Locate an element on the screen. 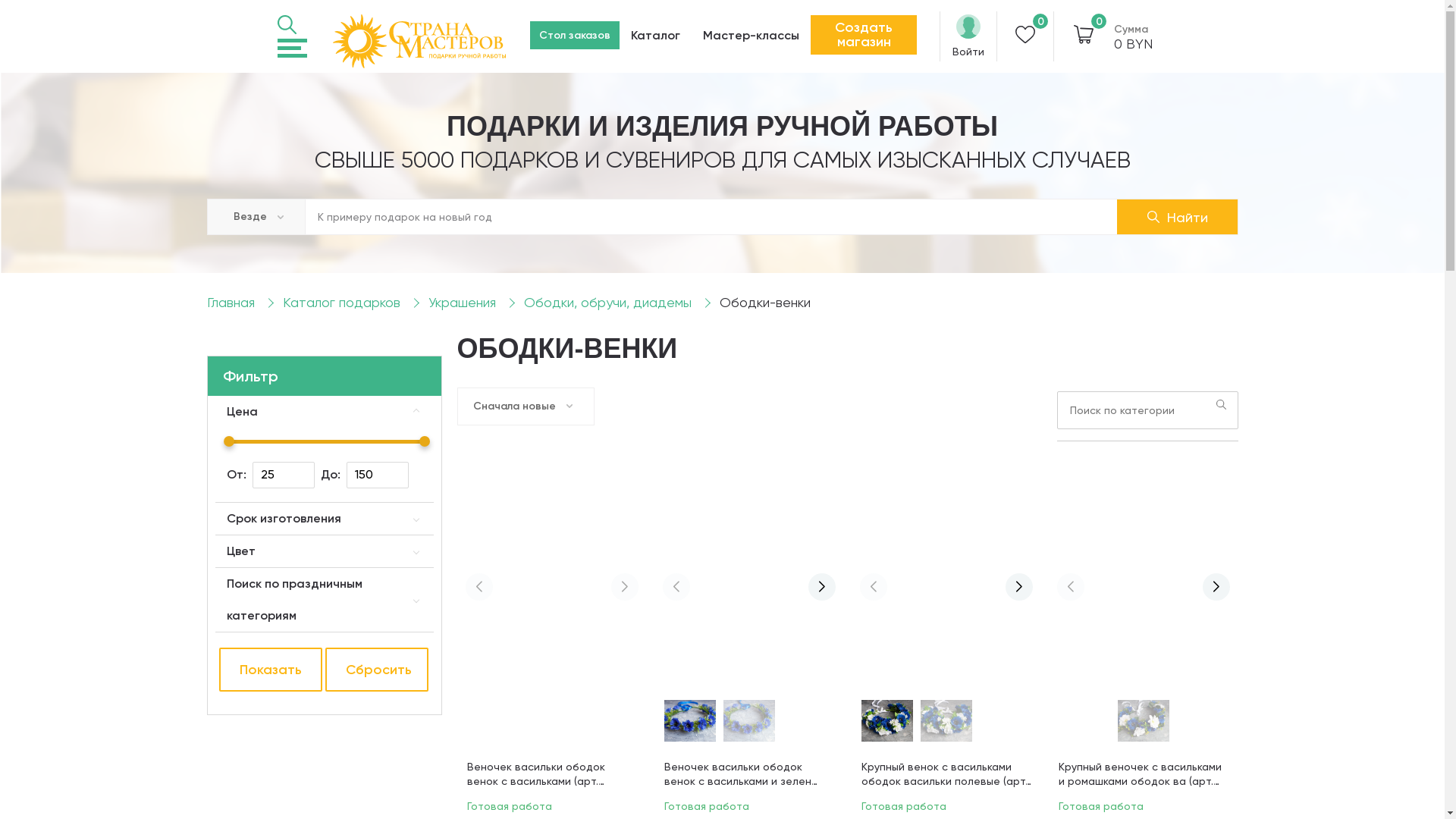 The image size is (1456, 819). '0' is located at coordinates (1083, 35).